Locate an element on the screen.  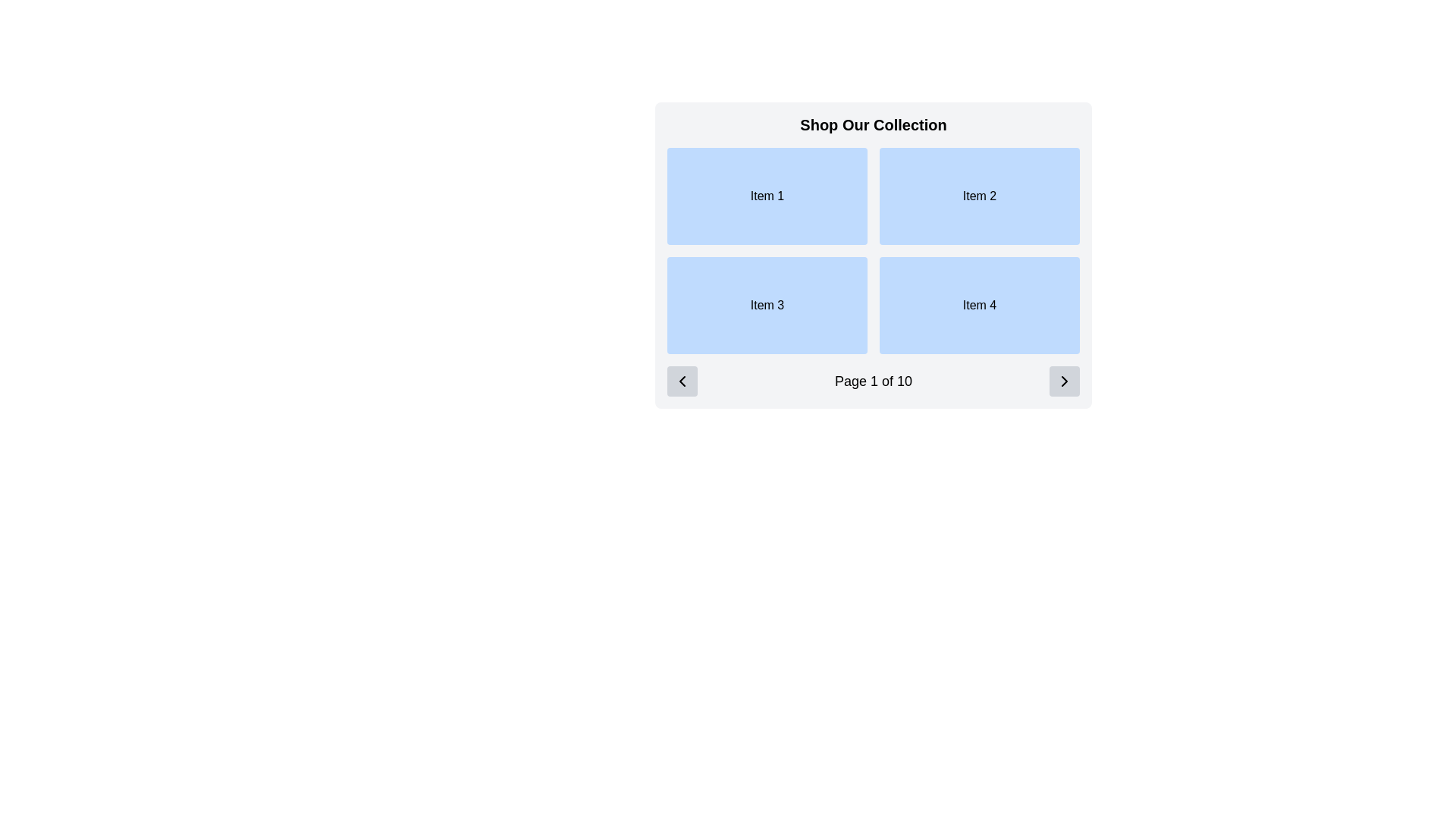
the 'Shop Our Collection' header text, which is bold and prominently displayed at the top of the section with a light gray background is located at coordinates (874, 124).